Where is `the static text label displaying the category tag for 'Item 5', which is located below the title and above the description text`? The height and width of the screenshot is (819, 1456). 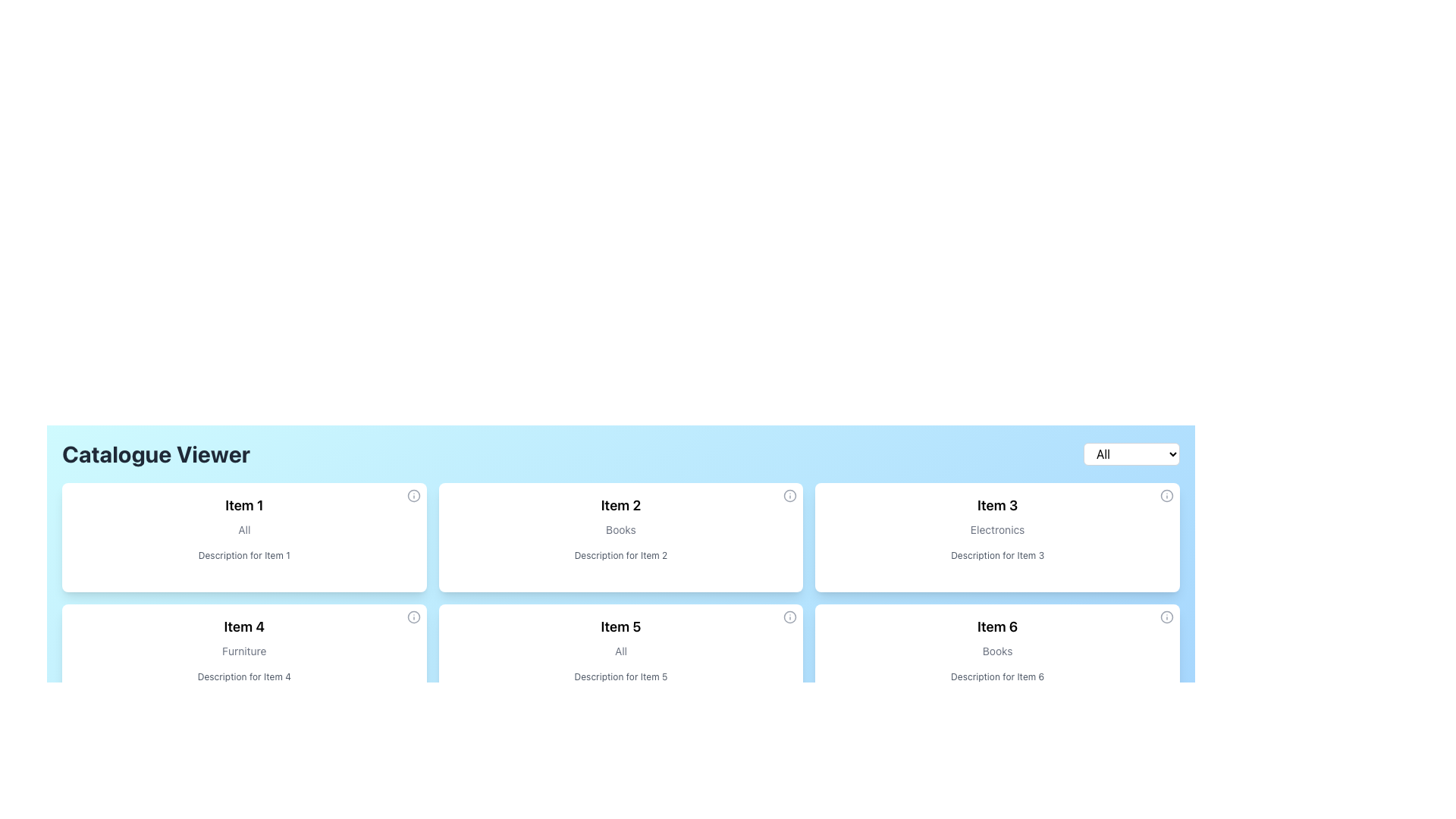
the static text label displaying the category tag for 'Item 5', which is located below the title and above the description text is located at coordinates (621, 651).